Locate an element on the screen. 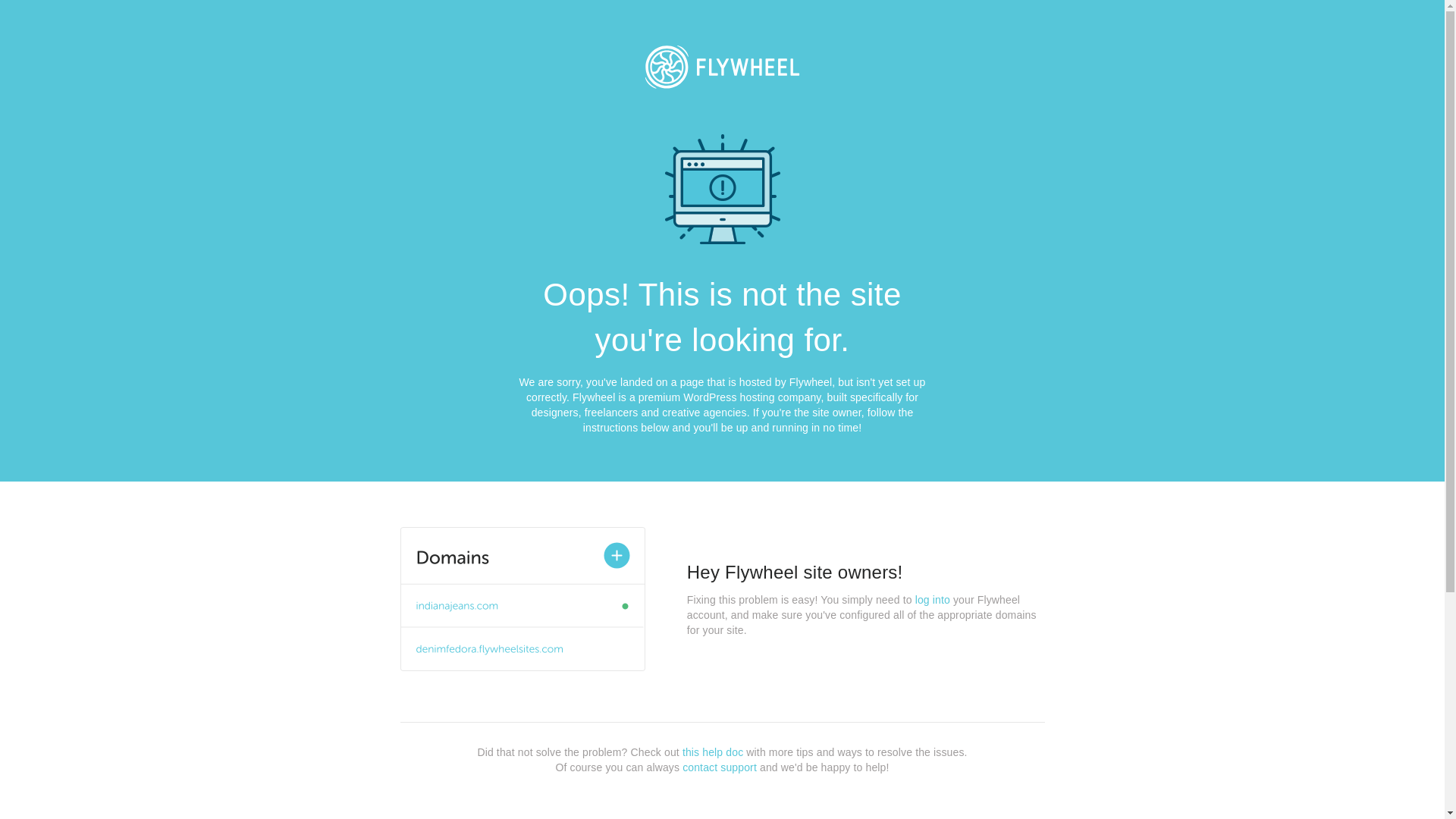 This screenshot has height=819, width=1456. 'log into' is located at coordinates (931, 598).